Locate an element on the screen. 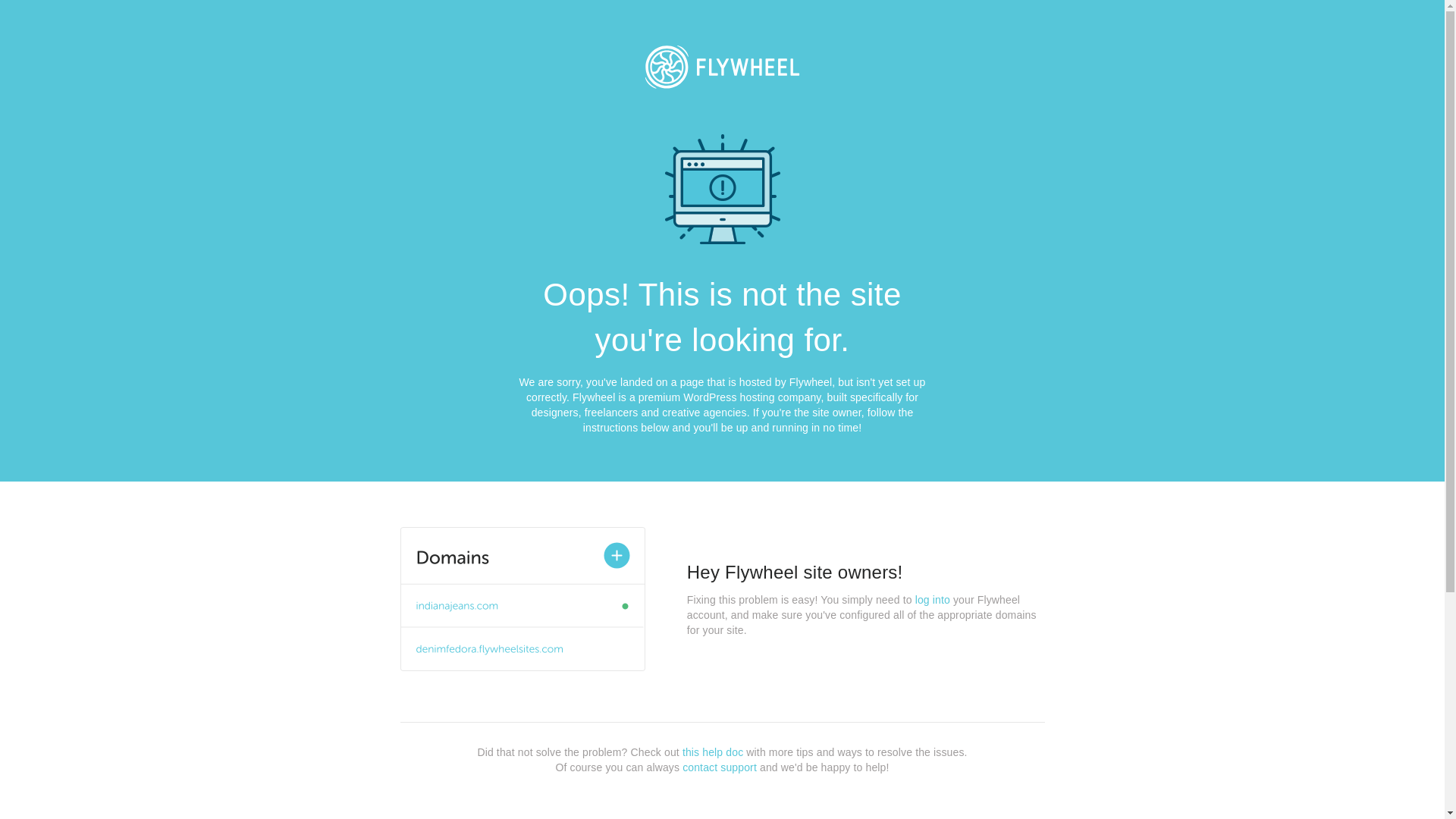 This screenshot has height=819, width=1456. 'log into' is located at coordinates (931, 598).